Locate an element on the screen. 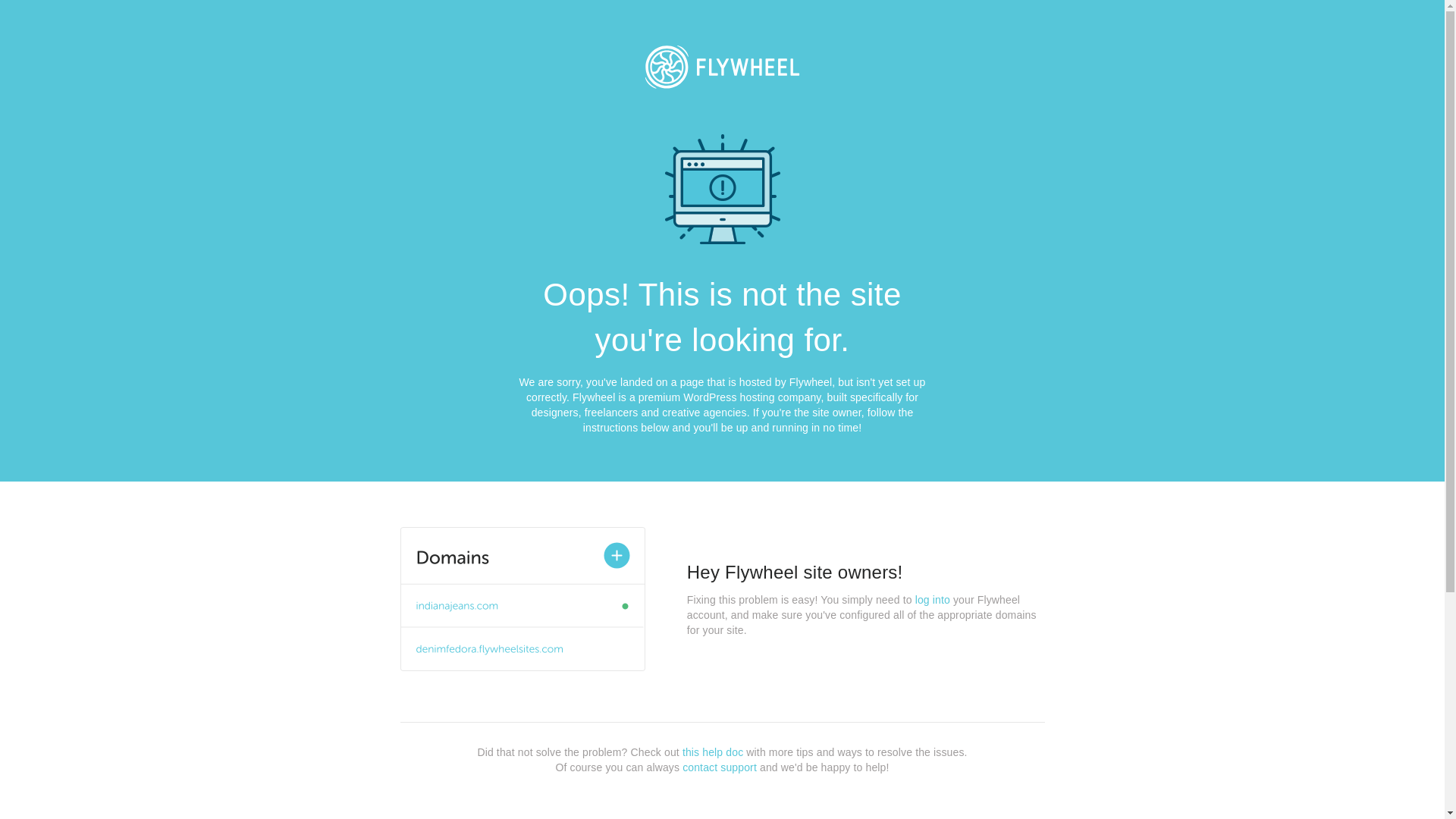 This screenshot has height=819, width=1456. 'log into' is located at coordinates (931, 598).